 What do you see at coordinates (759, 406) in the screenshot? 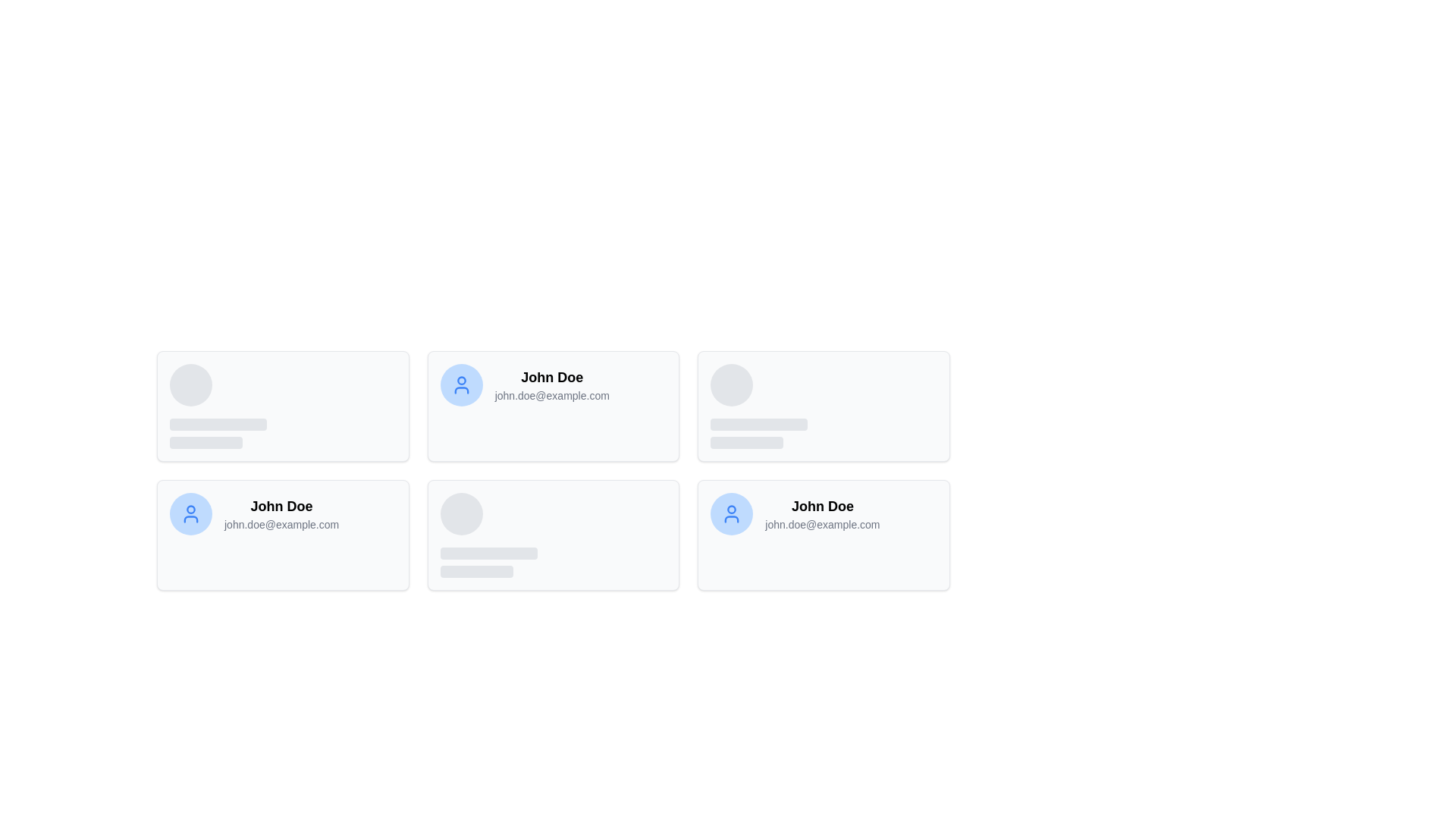
I see `the Loading placeholder located in the top right card of a grid of six cards, which is styled with the 'animate-pulse' class` at bounding box center [759, 406].